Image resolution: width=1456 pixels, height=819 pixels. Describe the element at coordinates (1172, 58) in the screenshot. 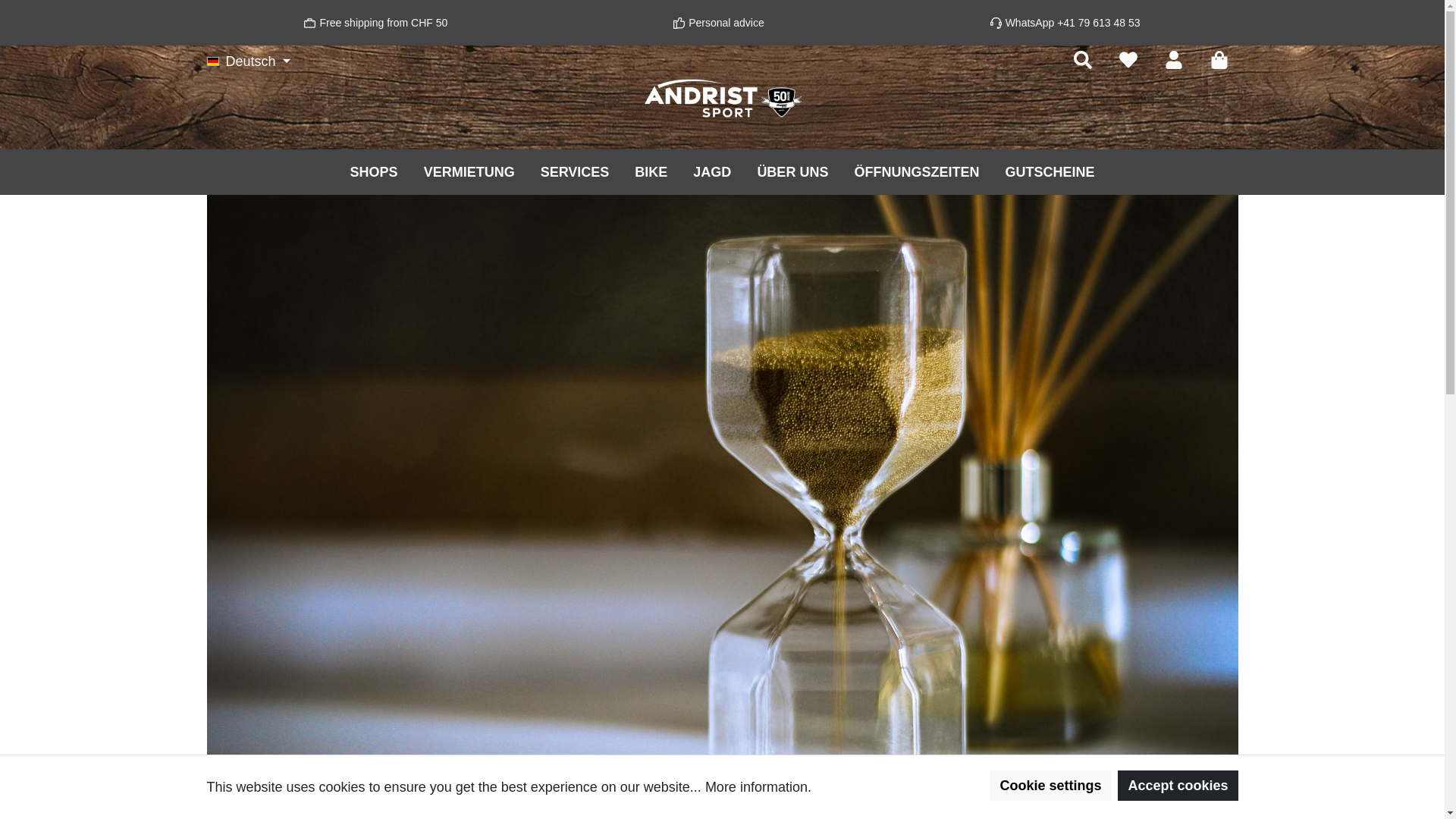

I see `'My account'` at that location.